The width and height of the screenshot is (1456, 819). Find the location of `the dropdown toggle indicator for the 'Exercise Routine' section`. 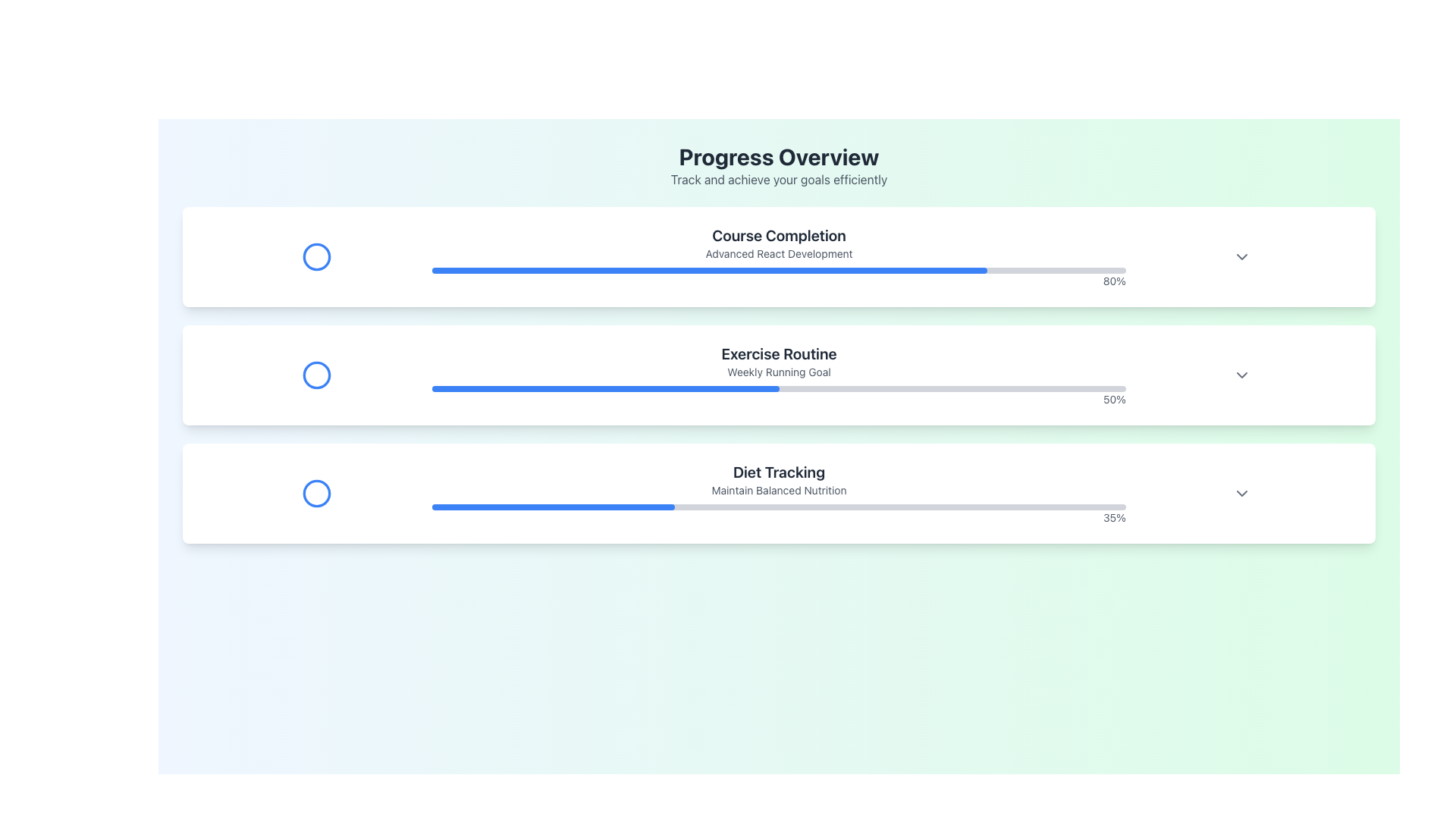

the dropdown toggle indicator for the 'Exercise Routine' section is located at coordinates (1241, 375).